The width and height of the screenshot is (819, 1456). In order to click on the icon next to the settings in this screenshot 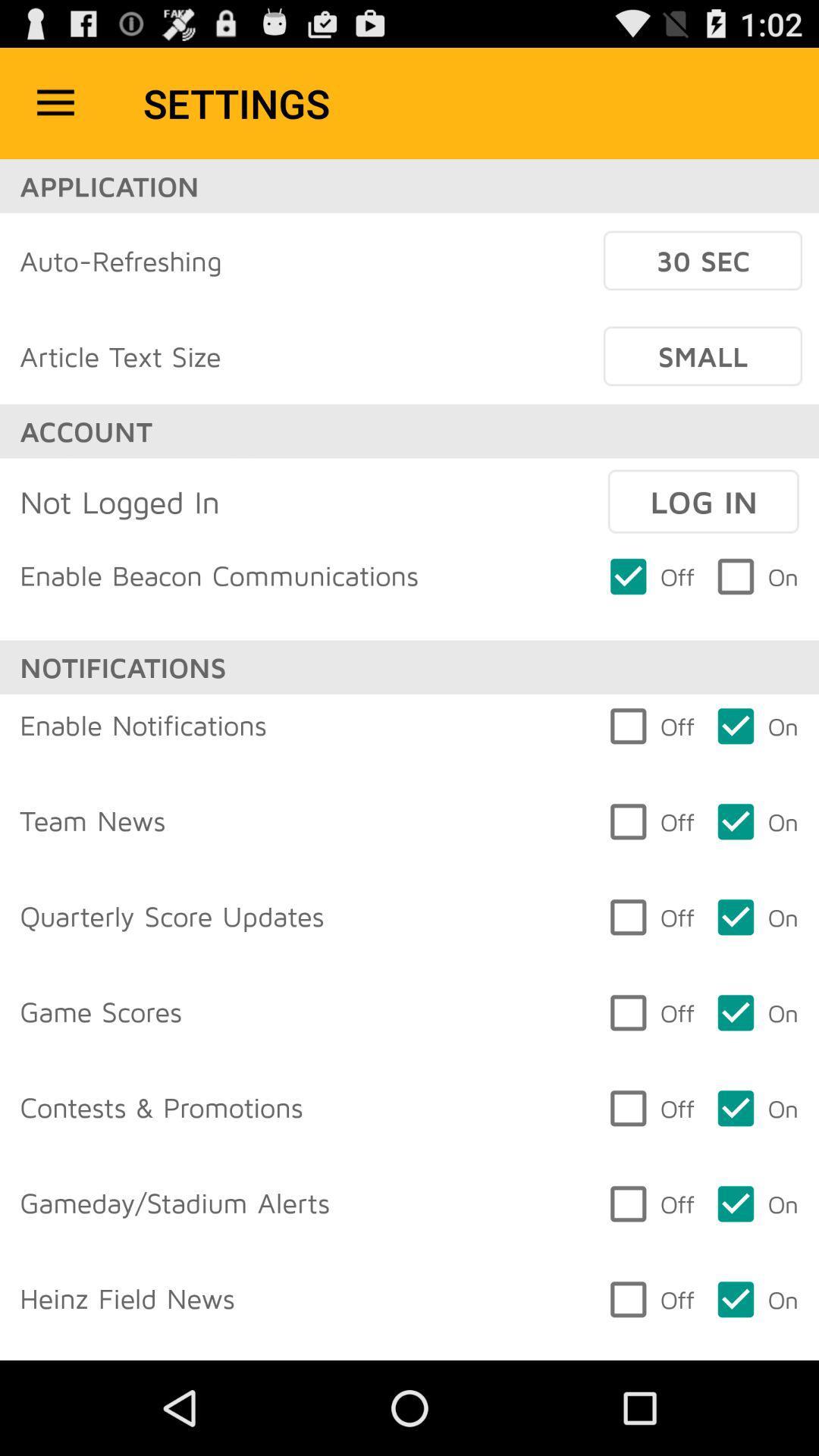, I will do `click(55, 102)`.